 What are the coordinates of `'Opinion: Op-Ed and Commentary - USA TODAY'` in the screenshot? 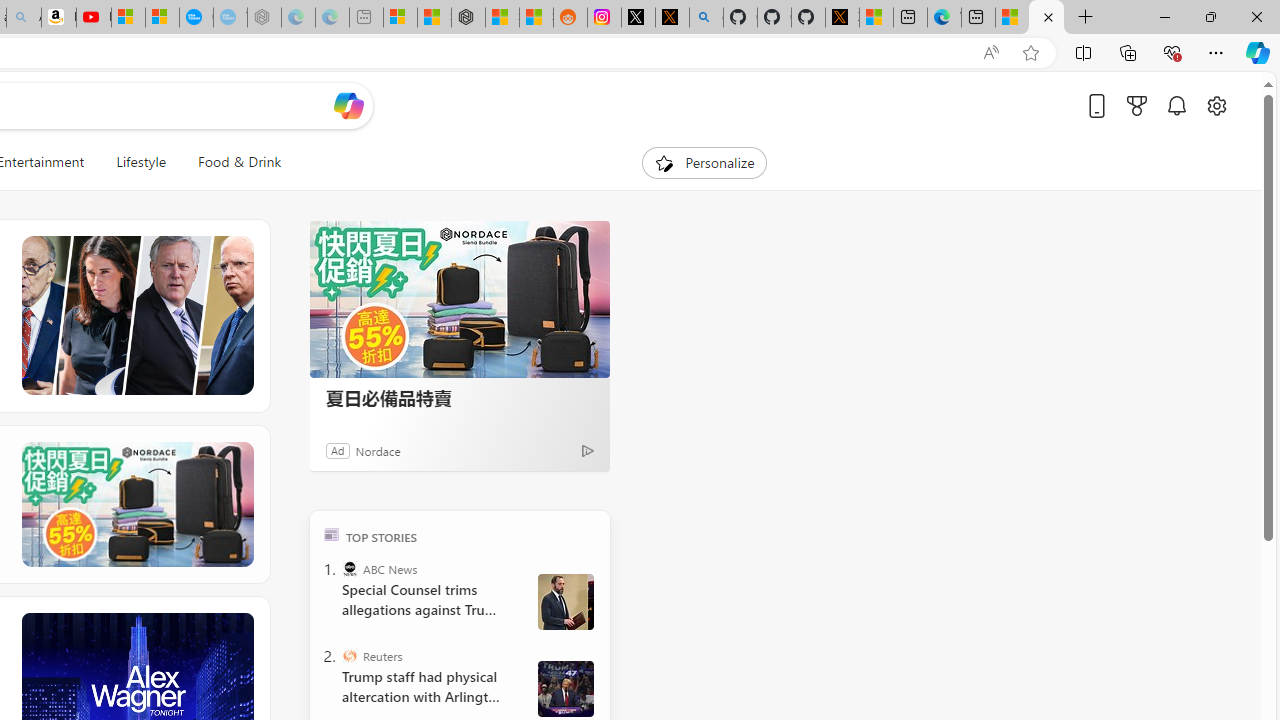 It's located at (196, 17).